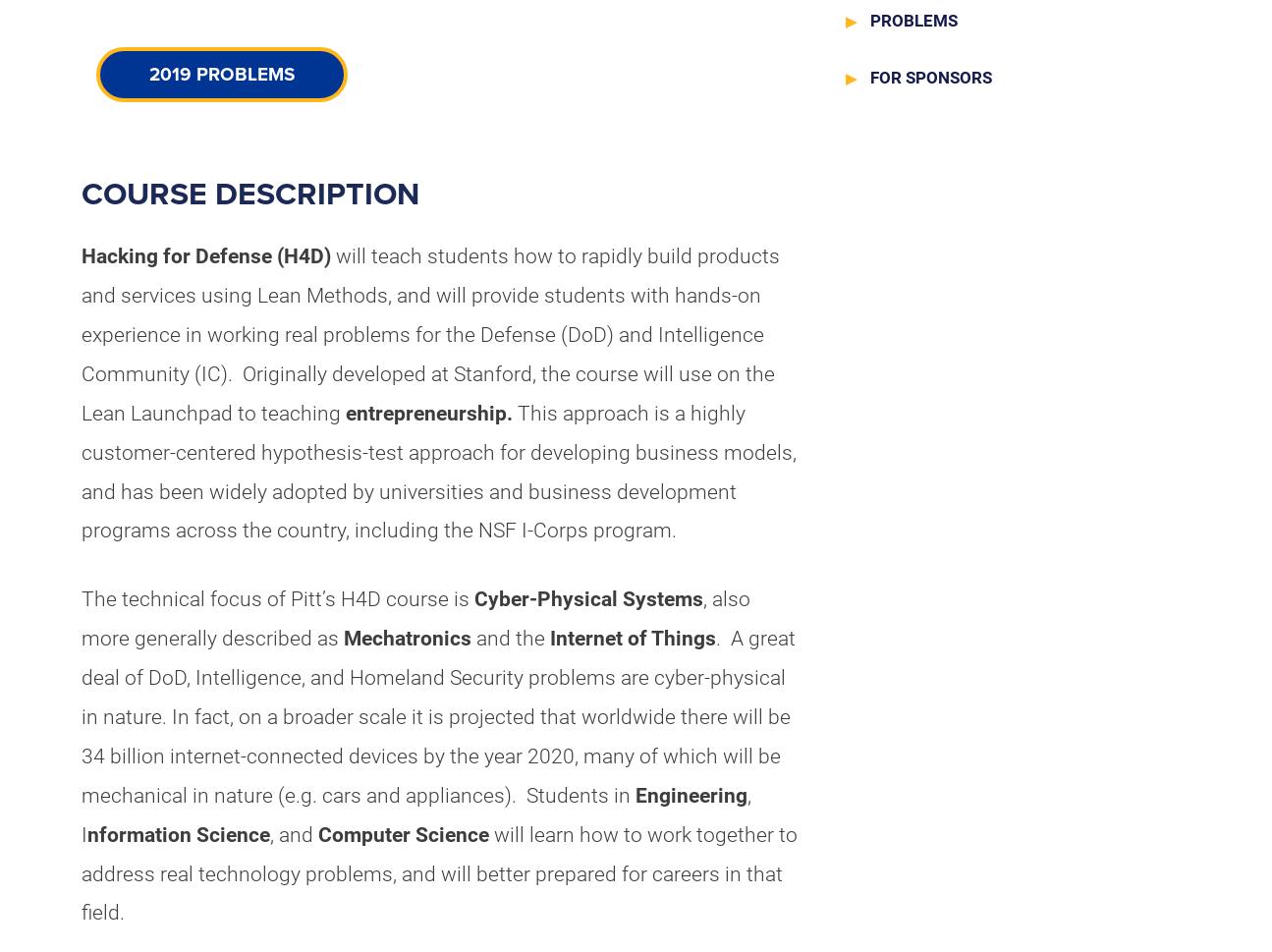 This screenshot has height=952, width=1272. I want to click on '2019 Problems', so click(147, 73).